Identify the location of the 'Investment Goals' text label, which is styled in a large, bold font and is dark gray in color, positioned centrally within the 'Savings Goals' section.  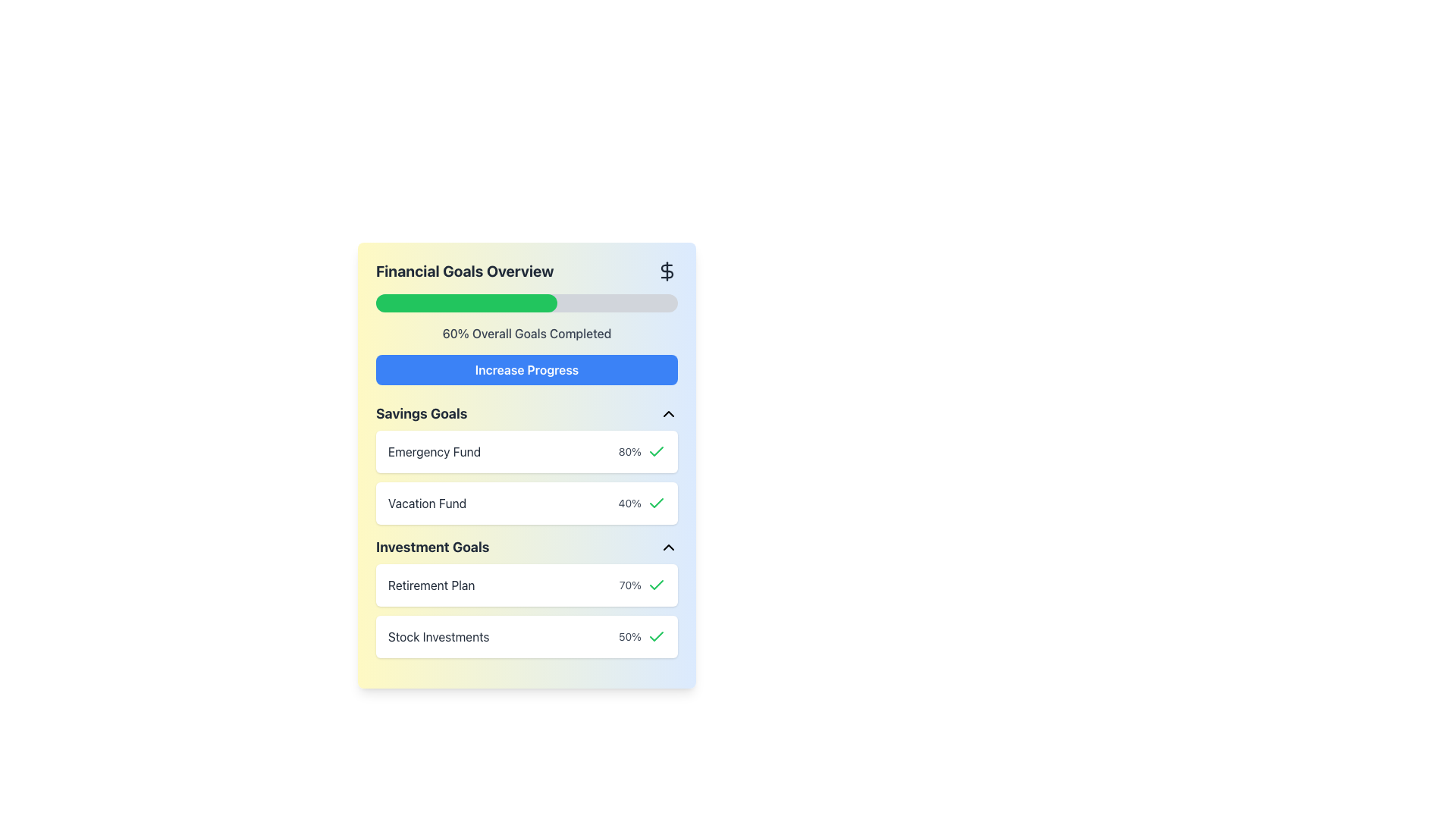
(431, 547).